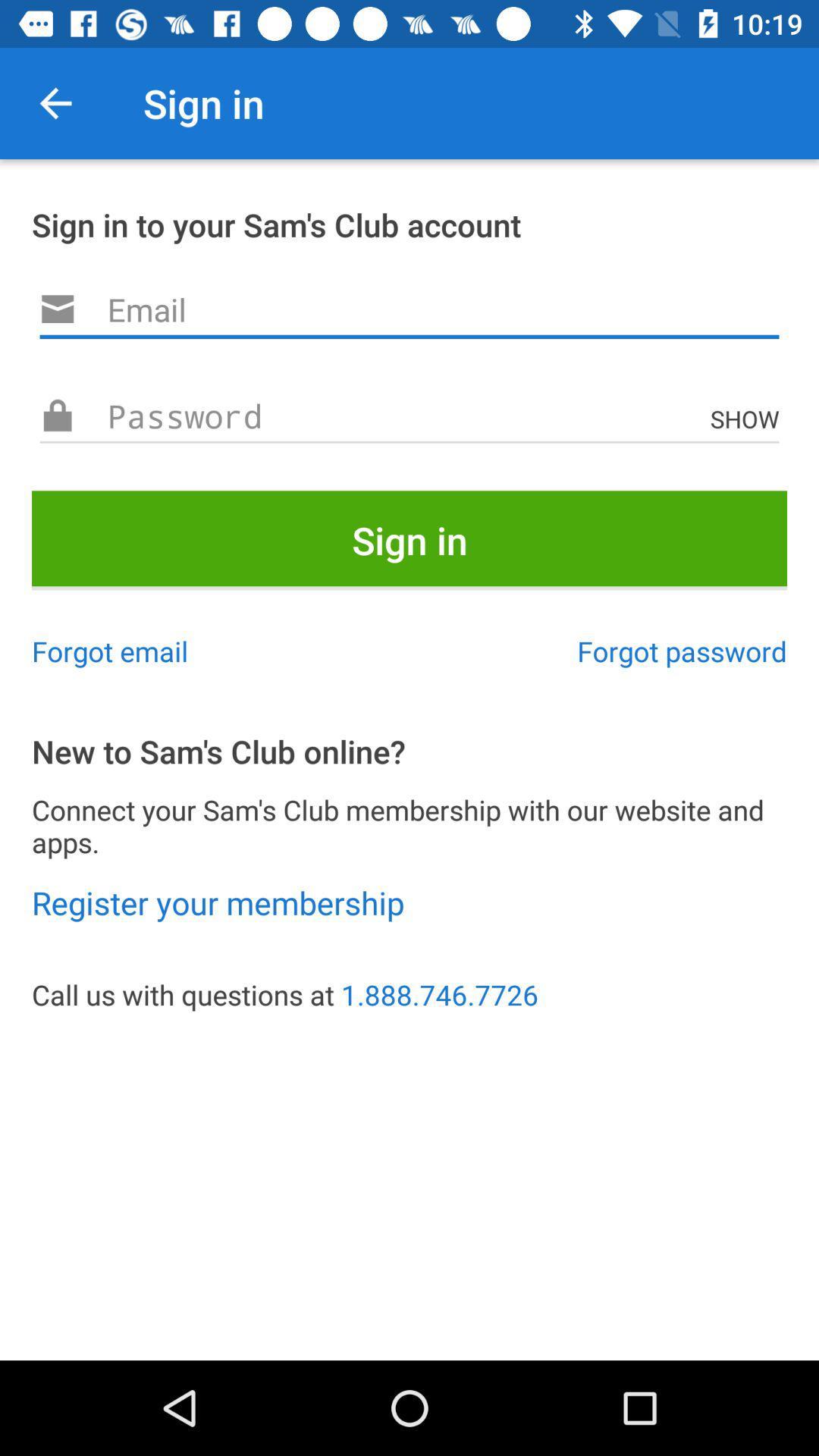 The height and width of the screenshot is (1456, 819). I want to click on the icon above sign in, so click(748, 419).